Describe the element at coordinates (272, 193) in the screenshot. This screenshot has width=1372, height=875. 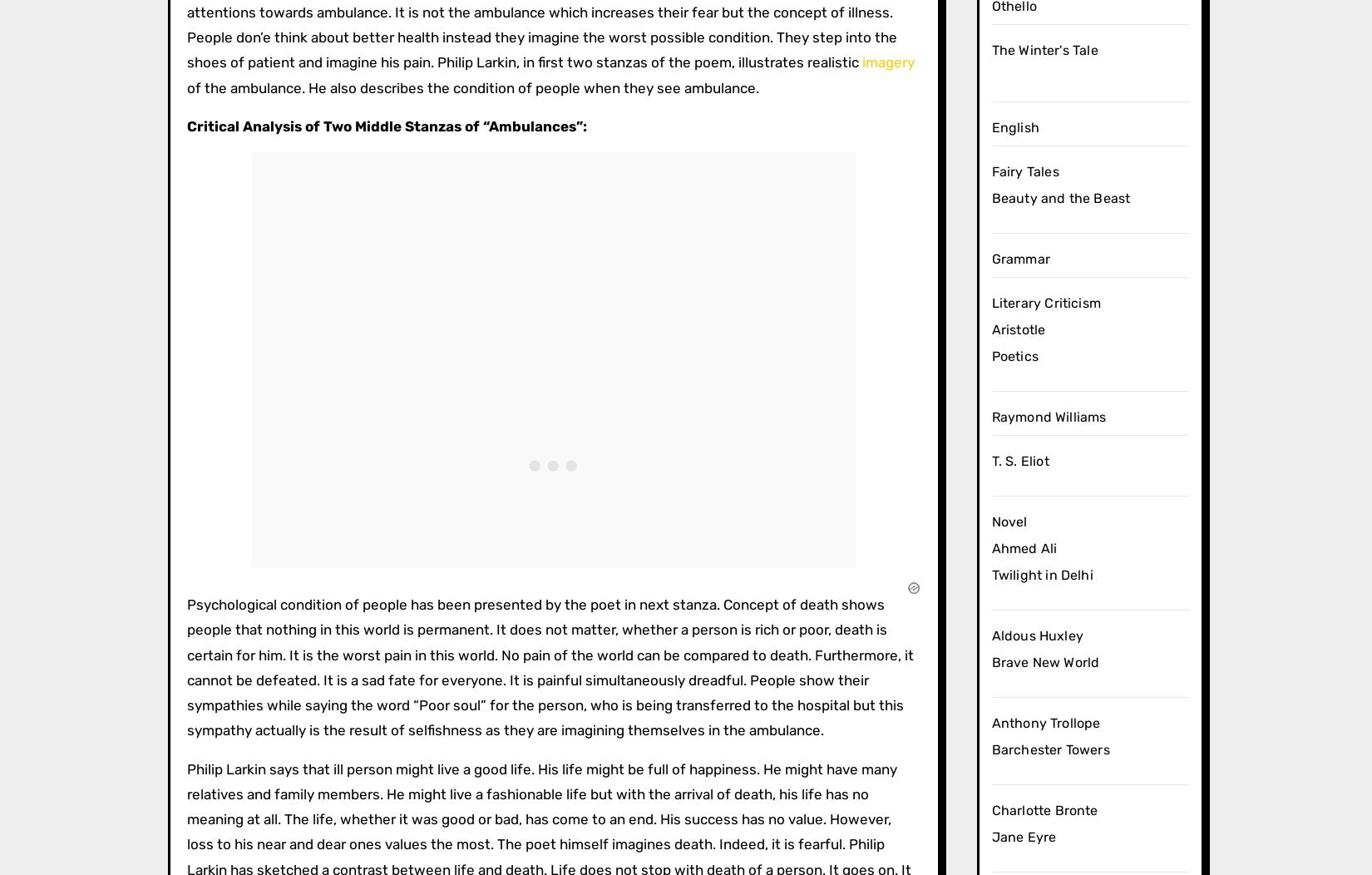
I see `'THROWING LIGHT ON LITERATURE'` at that location.